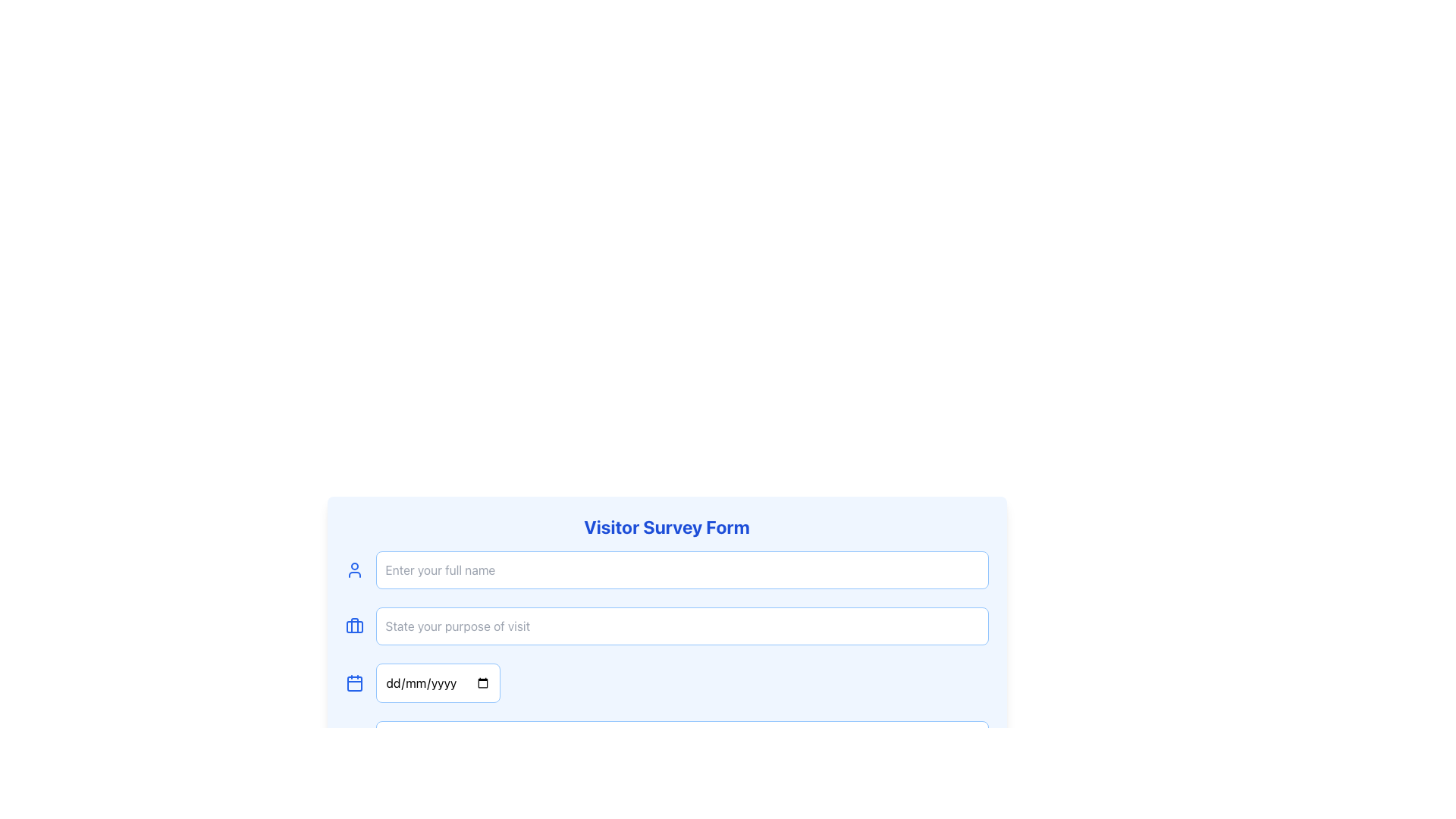 This screenshot has height=819, width=1456. I want to click on the primary SVG graphical component that resembles a square outline with rounded corners, located beneath the user survey form, so click(353, 758).